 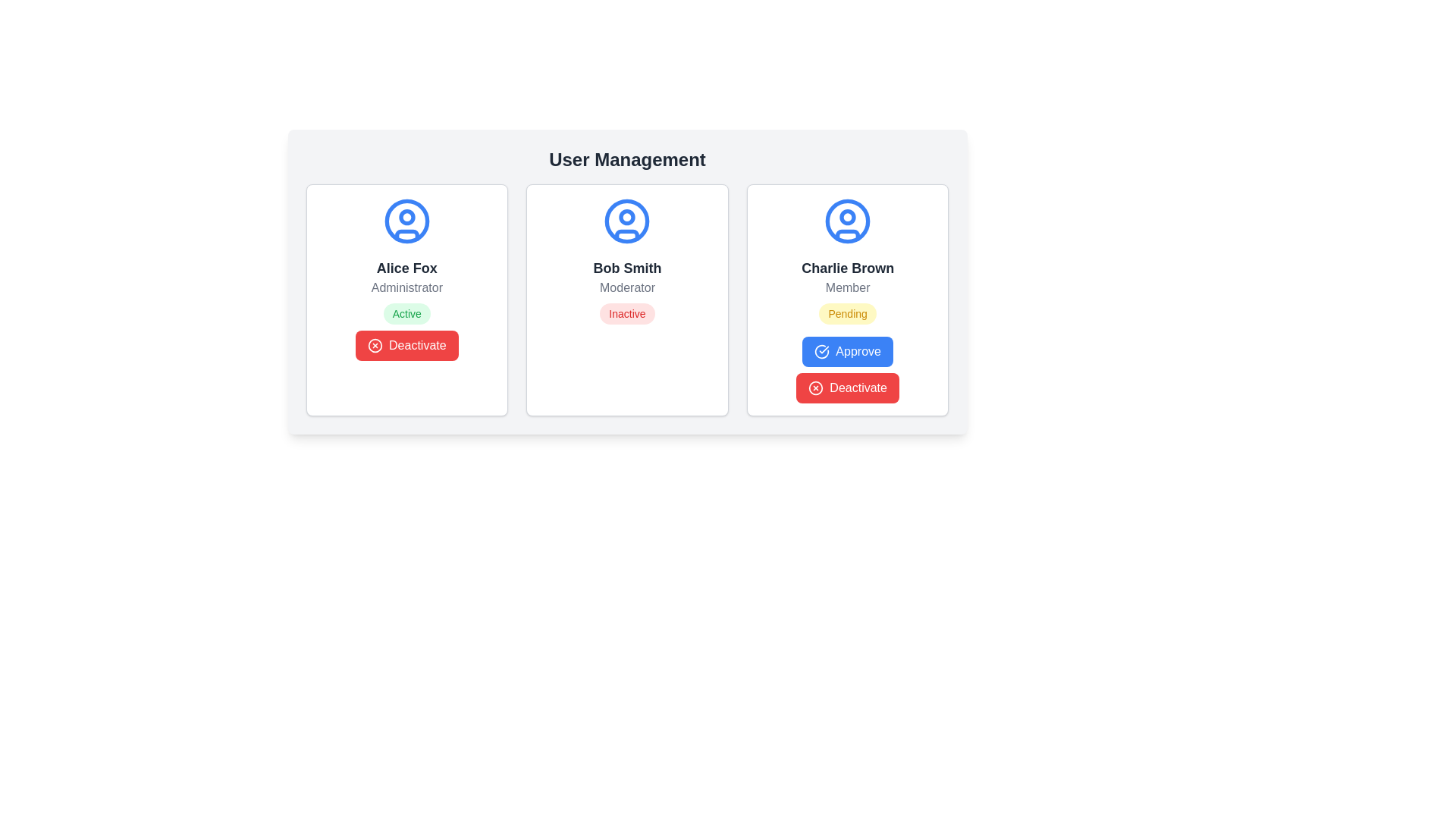 What do you see at coordinates (847, 388) in the screenshot?
I see `the deactivate button for Charlie Brown` at bounding box center [847, 388].